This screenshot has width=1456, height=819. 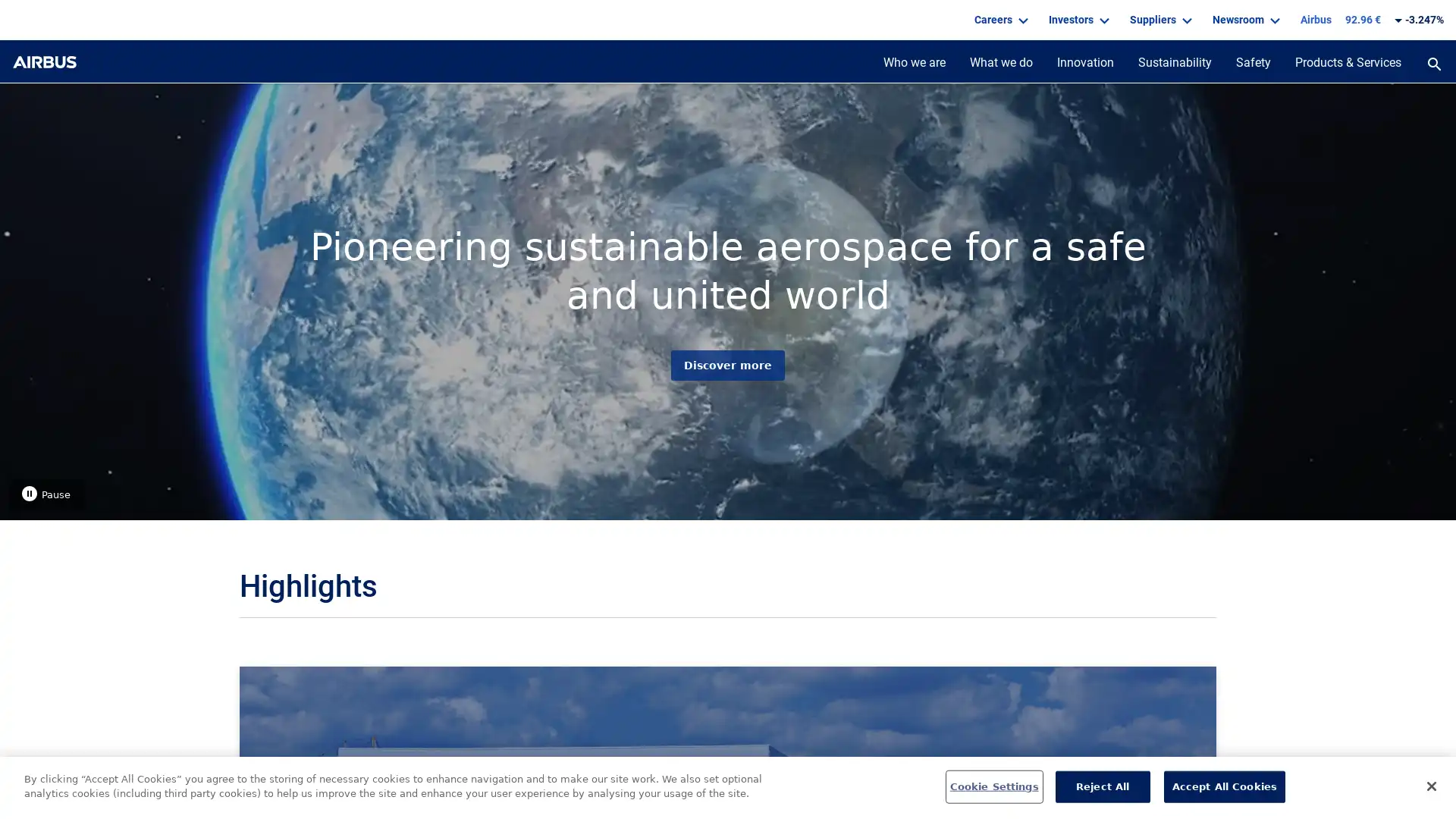 I want to click on Cookie Settings, so click(x=993, y=786).